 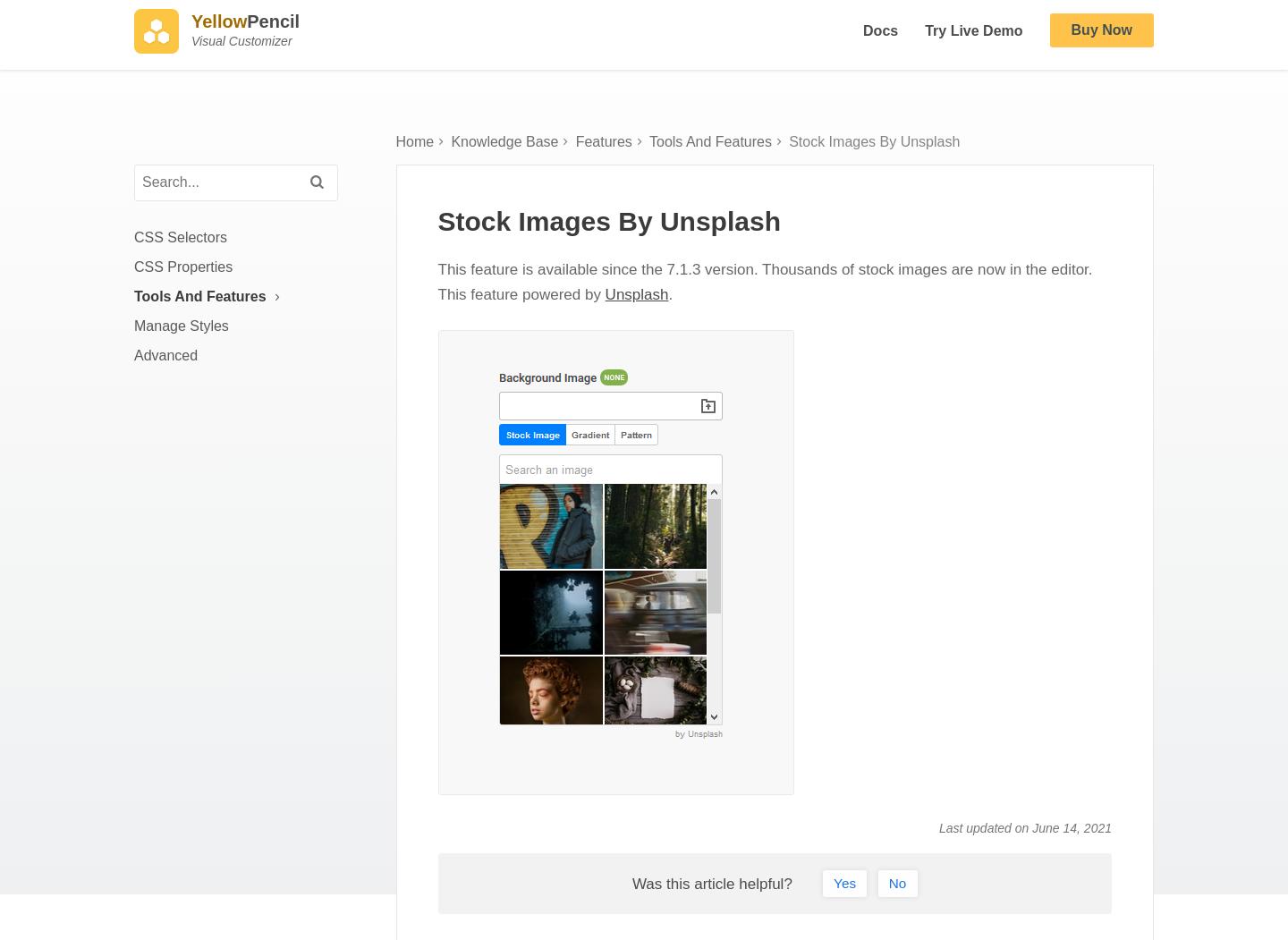 What do you see at coordinates (925, 38) in the screenshot?
I see `'Try Live Demo'` at bounding box center [925, 38].